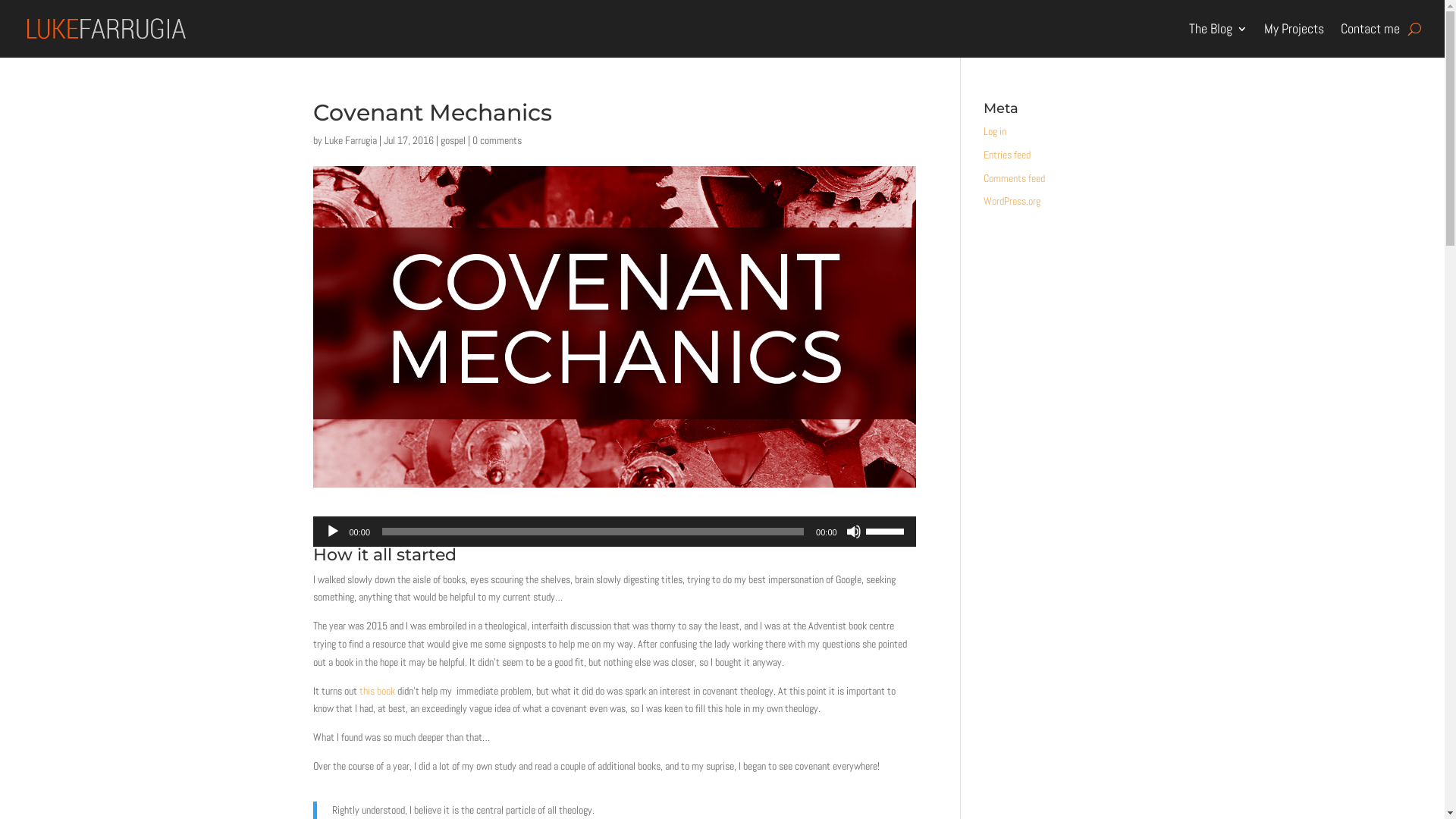  What do you see at coordinates (451, 140) in the screenshot?
I see `'gospel'` at bounding box center [451, 140].